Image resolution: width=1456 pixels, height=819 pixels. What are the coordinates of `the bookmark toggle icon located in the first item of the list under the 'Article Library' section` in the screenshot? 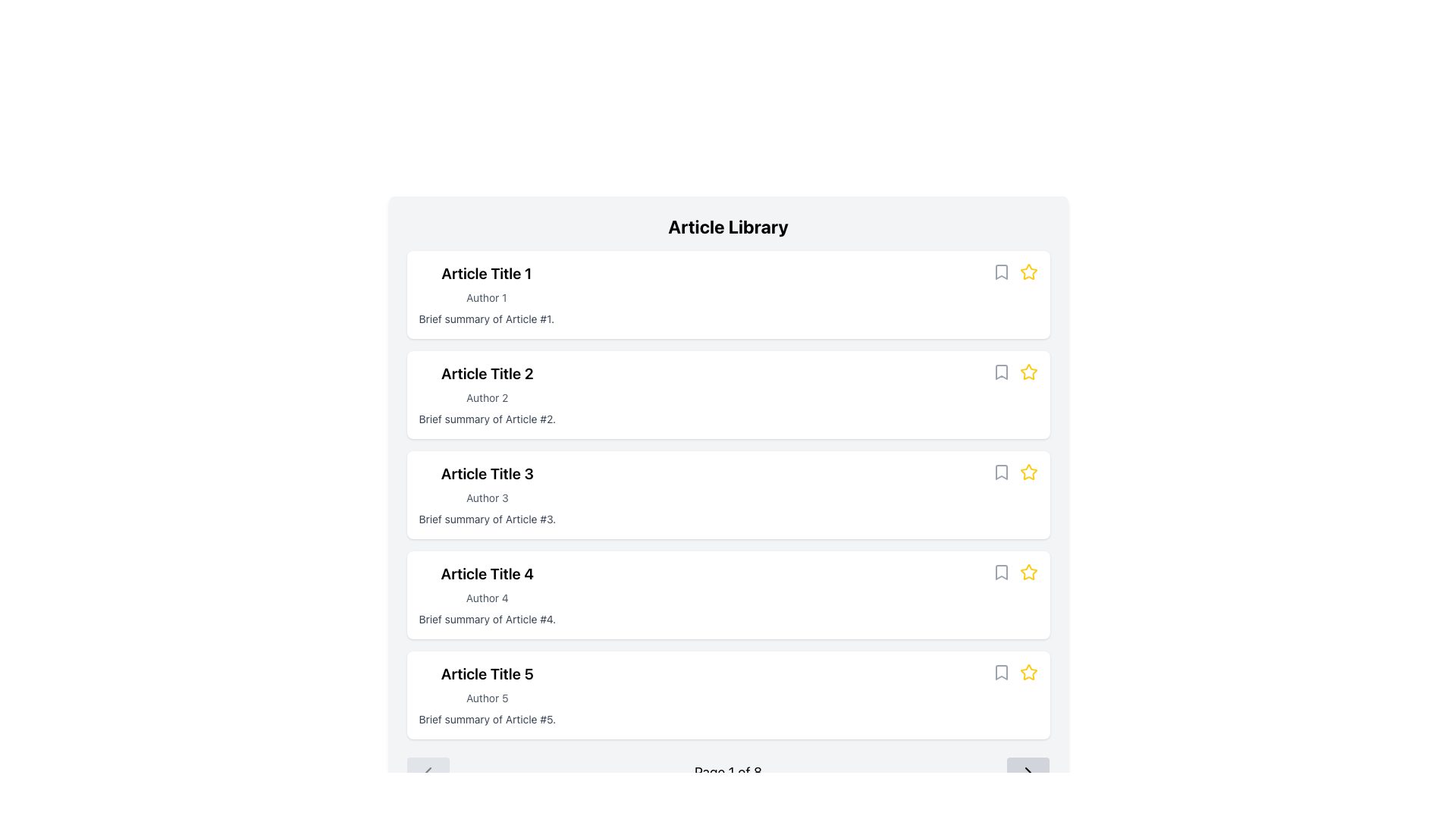 It's located at (1001, 271).